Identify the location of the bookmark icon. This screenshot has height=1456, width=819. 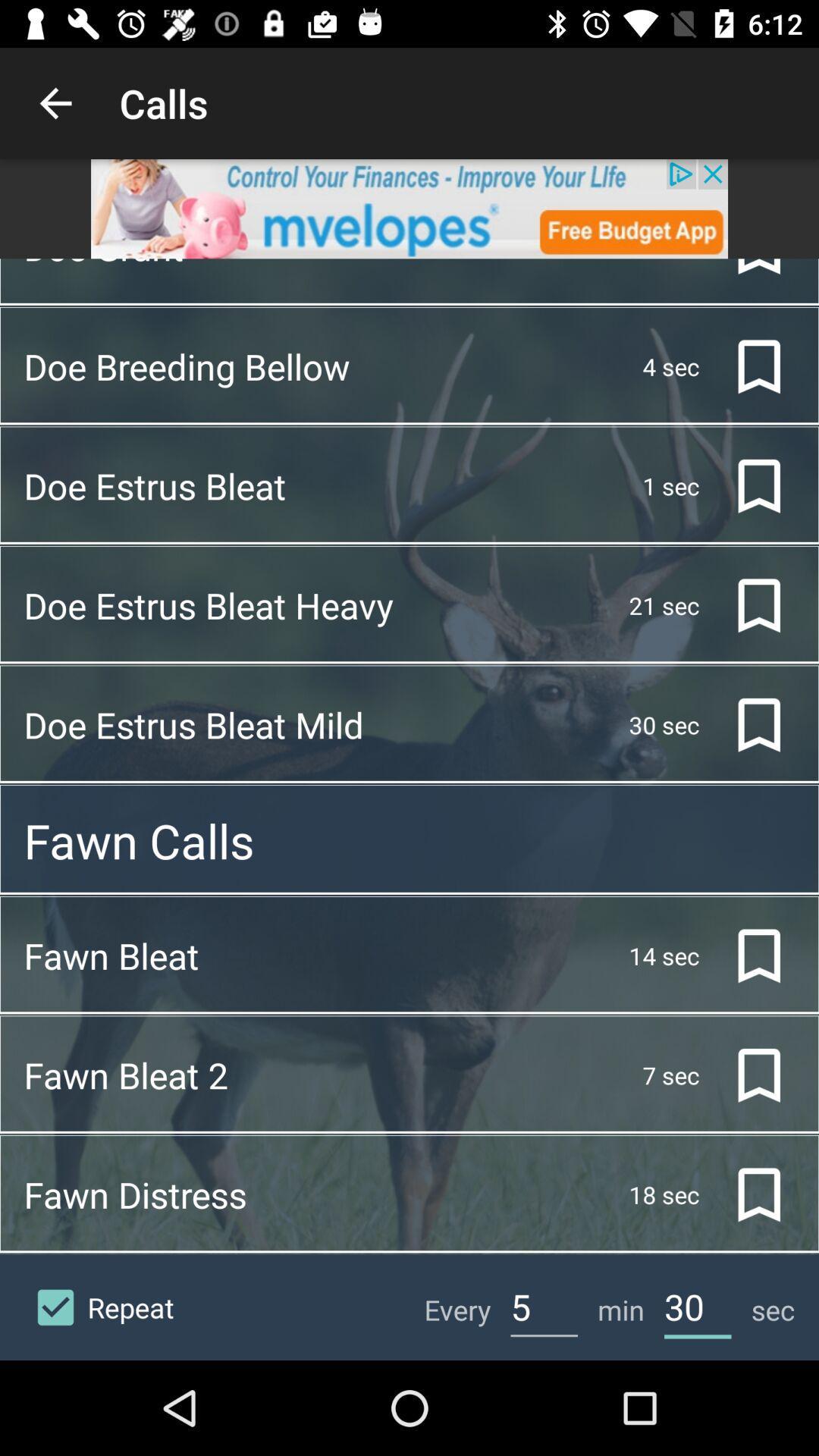
(746, 604).